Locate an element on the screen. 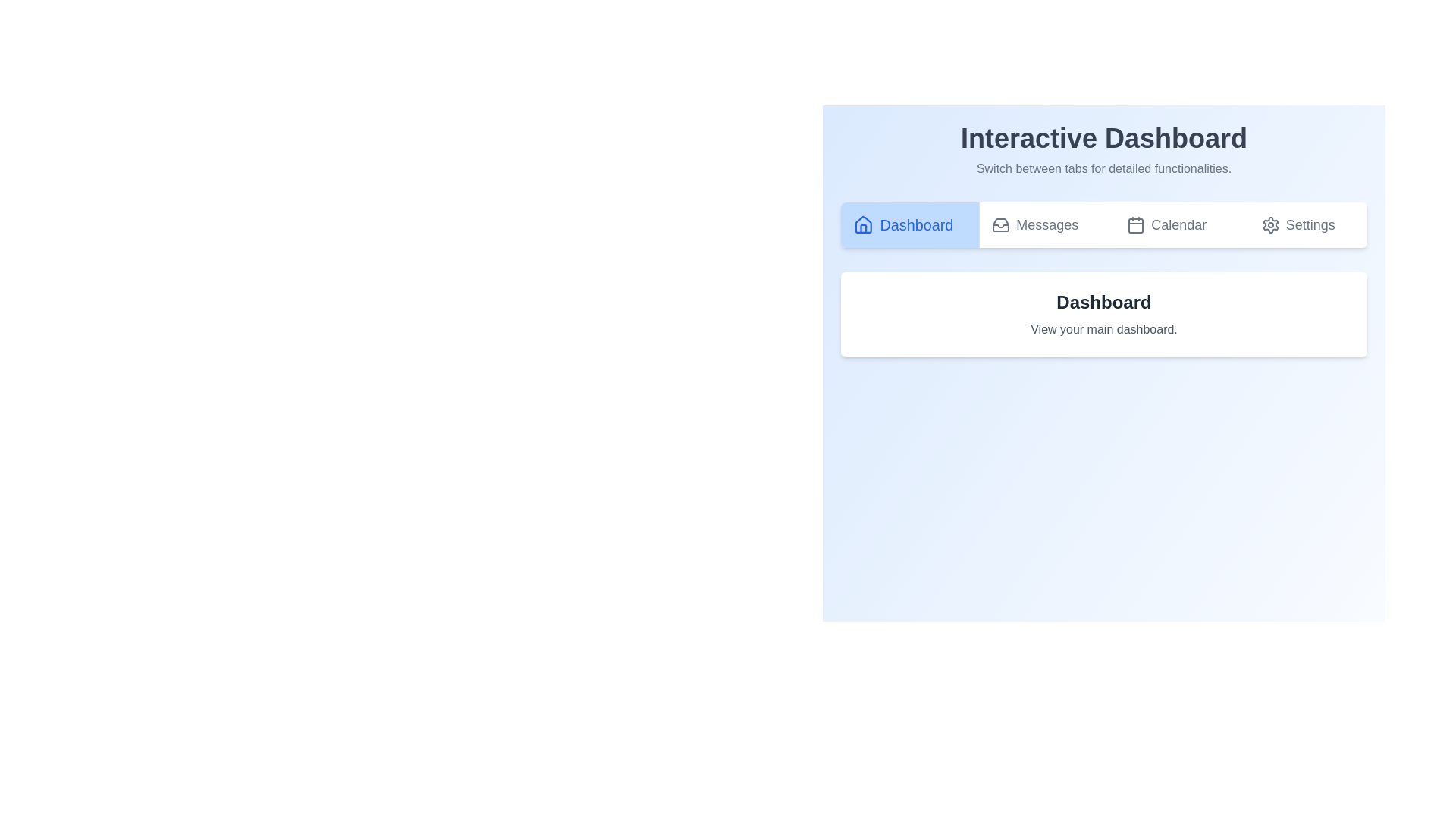  text label for the 'Dashboard' navigation button, which directs the user to the dashboard view is located at coordinates (916, 225).